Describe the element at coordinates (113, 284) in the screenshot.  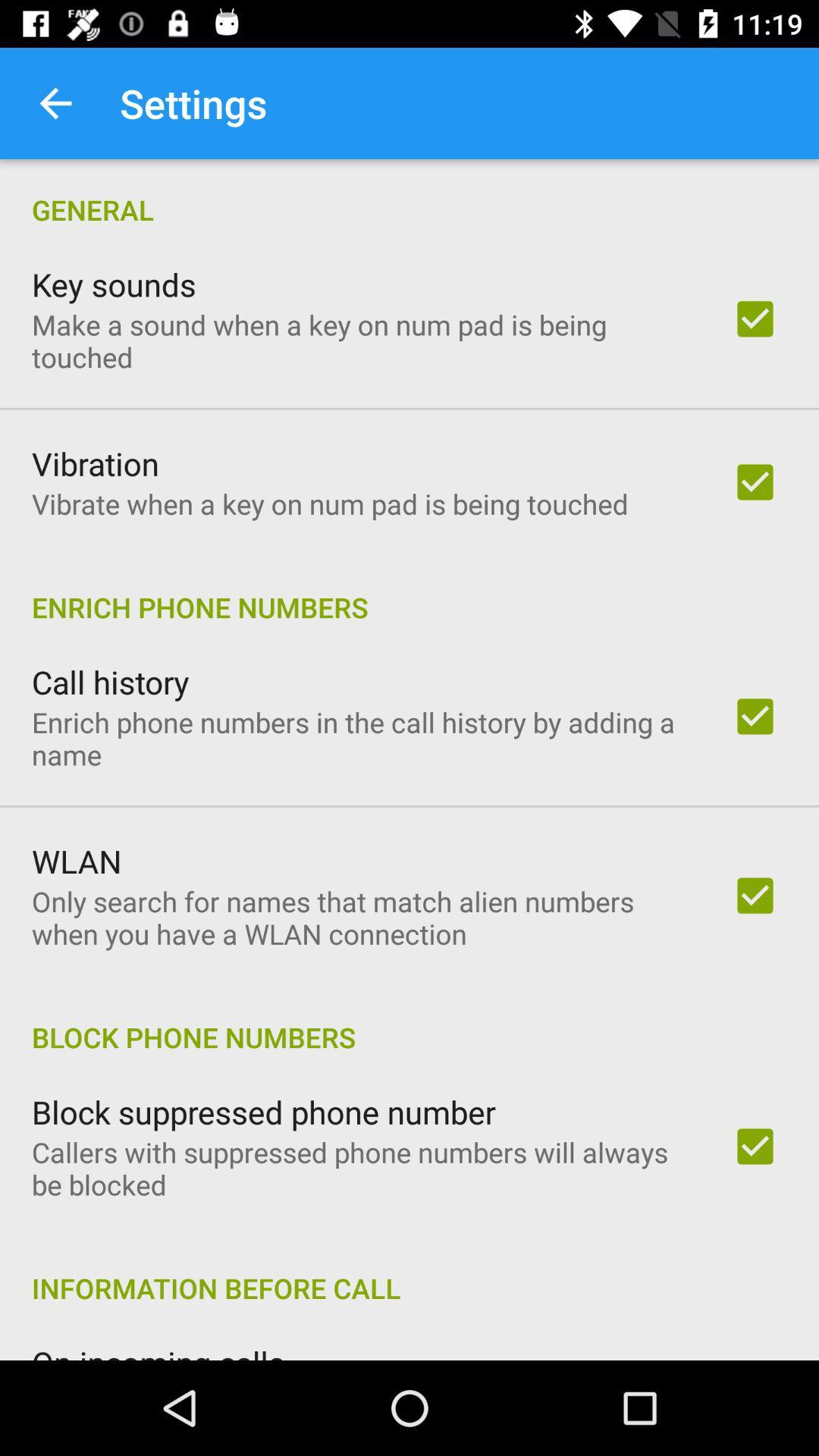
I see `icon below general icon` at that location.